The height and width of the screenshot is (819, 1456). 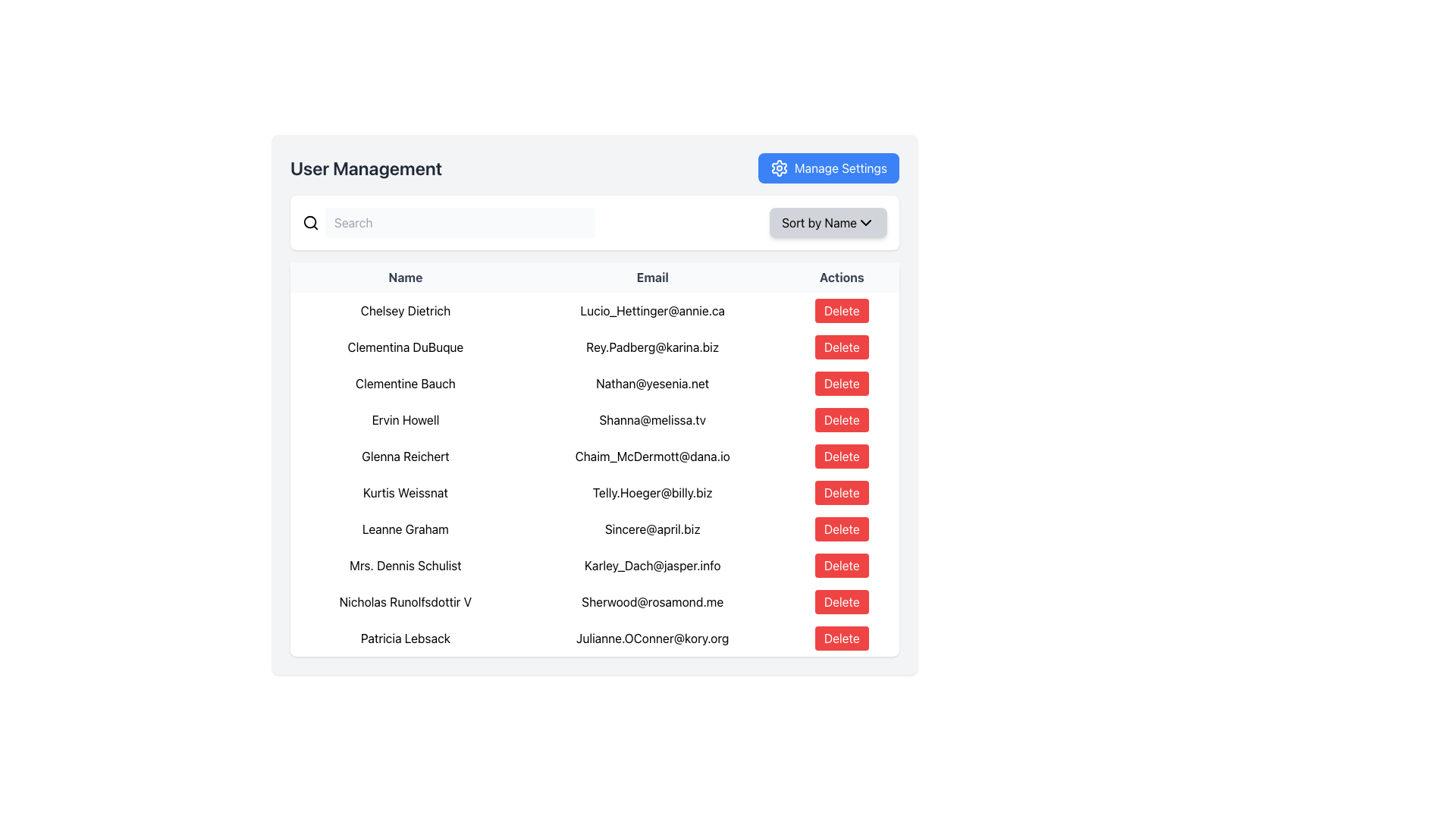 What do you see at coordinates (841, 529) in the screenshot?
I see `the red 'Delete' button with rounded edges in the Actions column corresponding to the user 'Leanne Graham'` at bounding box center [841, 529].